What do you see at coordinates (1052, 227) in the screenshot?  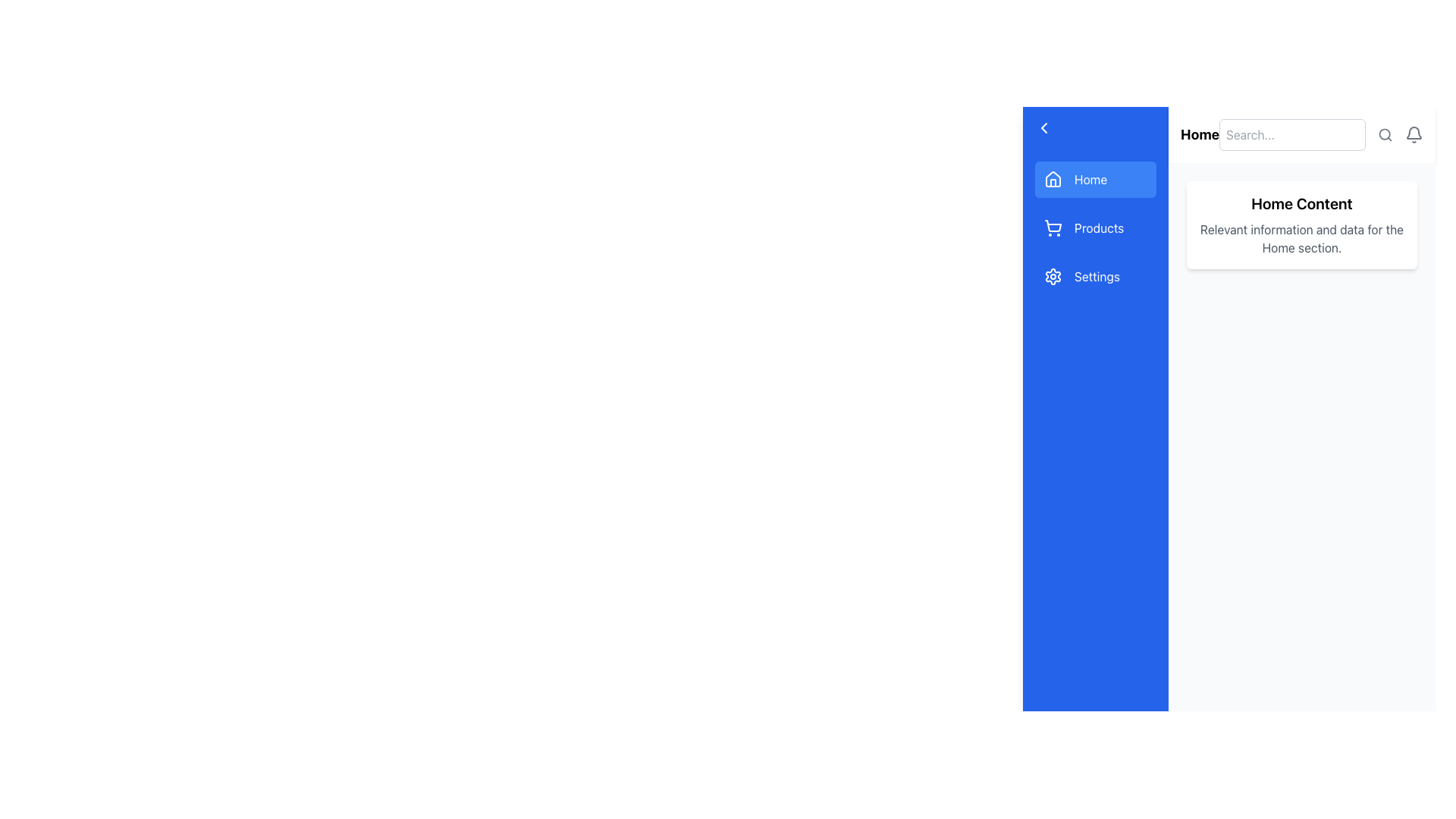 I see `the appearance of the shopping cart icon located next to the 'Products' text in the interface` at bounding box center [1052, 227].